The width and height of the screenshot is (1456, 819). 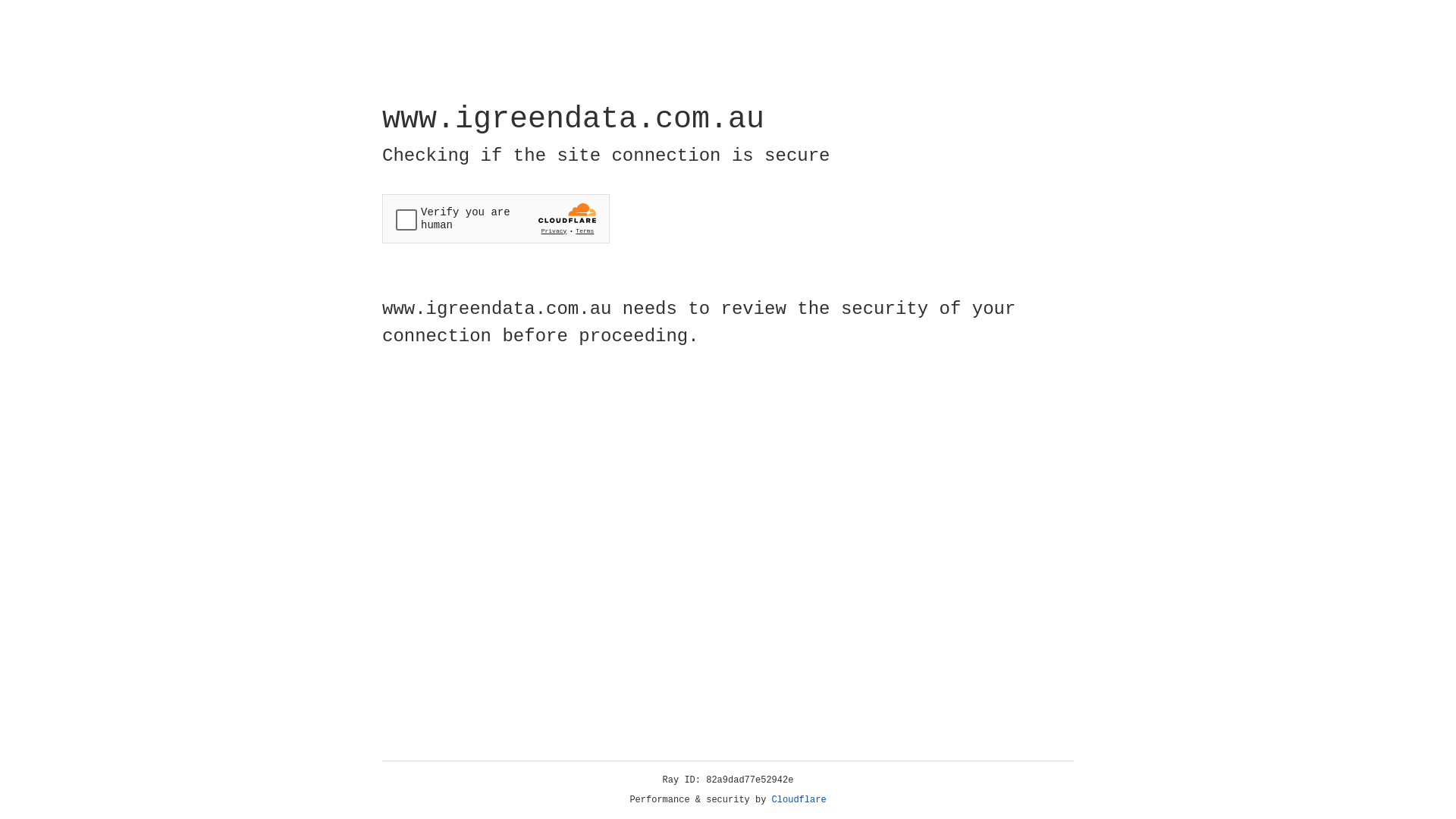 What do you see at coordinates (799, 799) in the screenshot?
I see `'Cloudflare'` at bounding box center [799, 799].